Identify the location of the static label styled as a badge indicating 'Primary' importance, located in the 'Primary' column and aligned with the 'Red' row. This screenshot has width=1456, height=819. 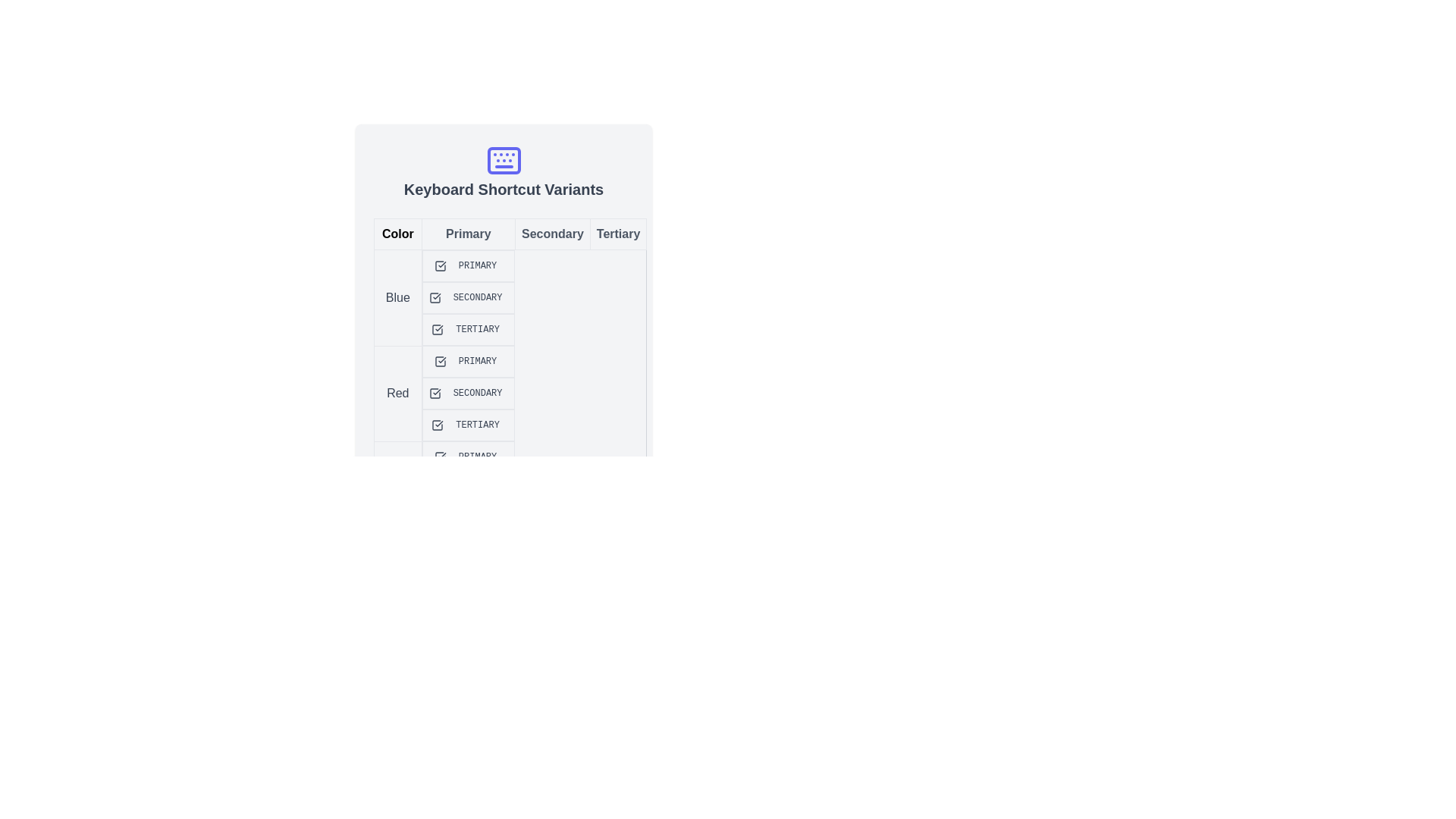
(477, 362).